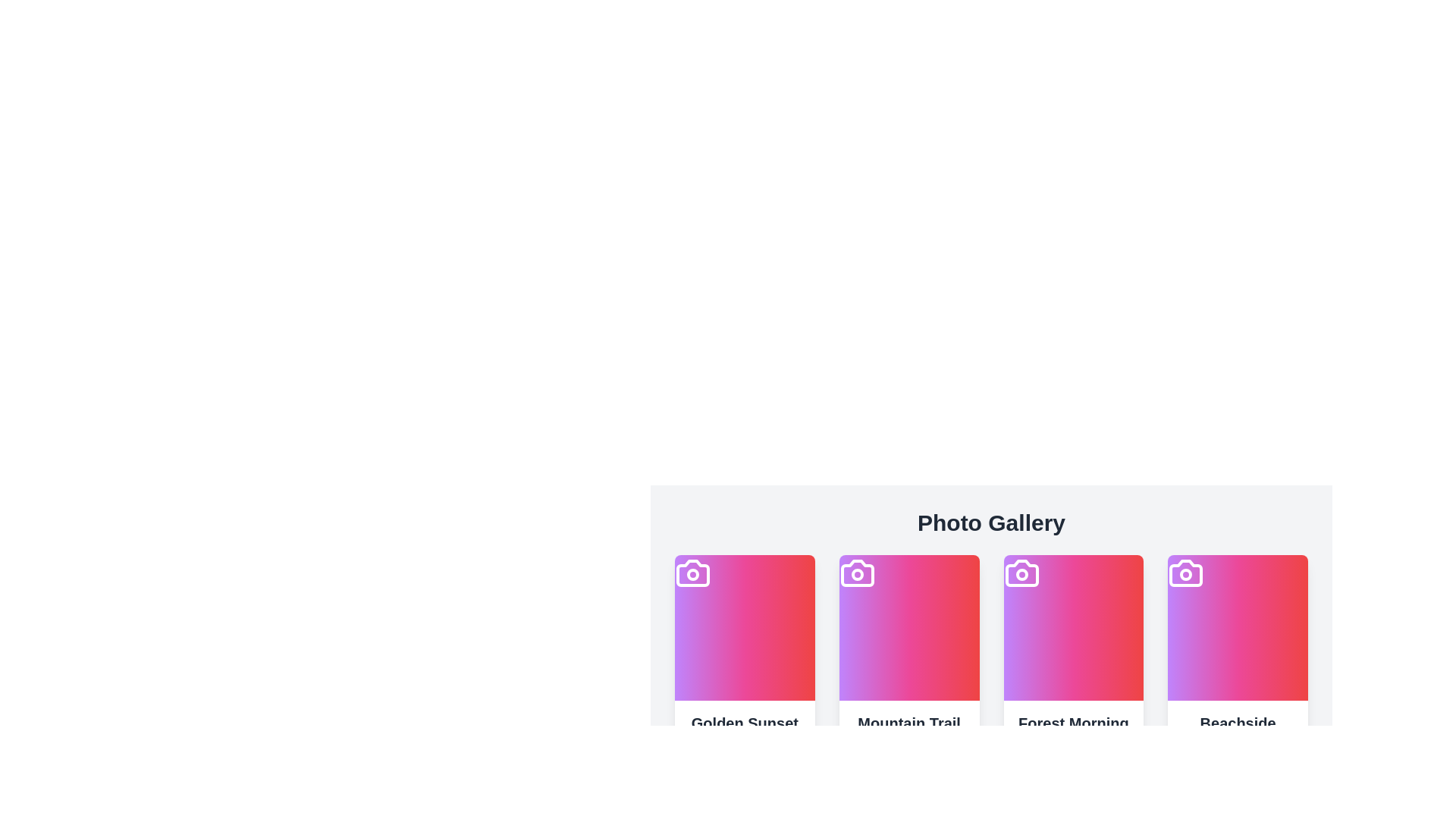  What do you see at coordinates (745, 722) in the screenshot?
I see `the 'Golden Sunset' text label, which is styled in bold and large dark gray font, located at the bottom-left of the first card in the 'Photo Gallery' interface` at bounding box center [745, 722].